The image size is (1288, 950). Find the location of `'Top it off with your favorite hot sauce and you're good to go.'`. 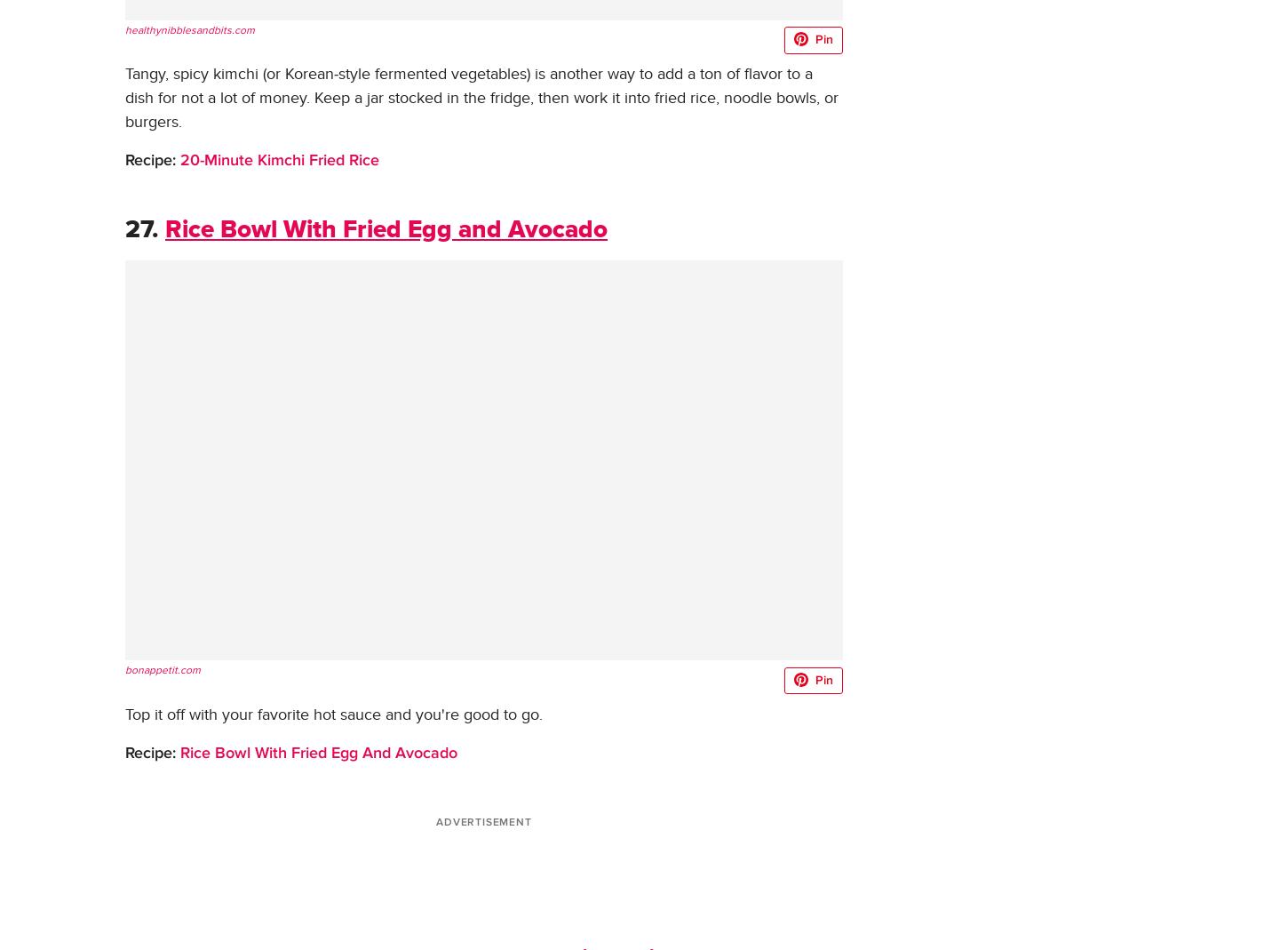

'Top it off with your favorite hot sauce and you're good to go.' is located at coordinates (335, 714).